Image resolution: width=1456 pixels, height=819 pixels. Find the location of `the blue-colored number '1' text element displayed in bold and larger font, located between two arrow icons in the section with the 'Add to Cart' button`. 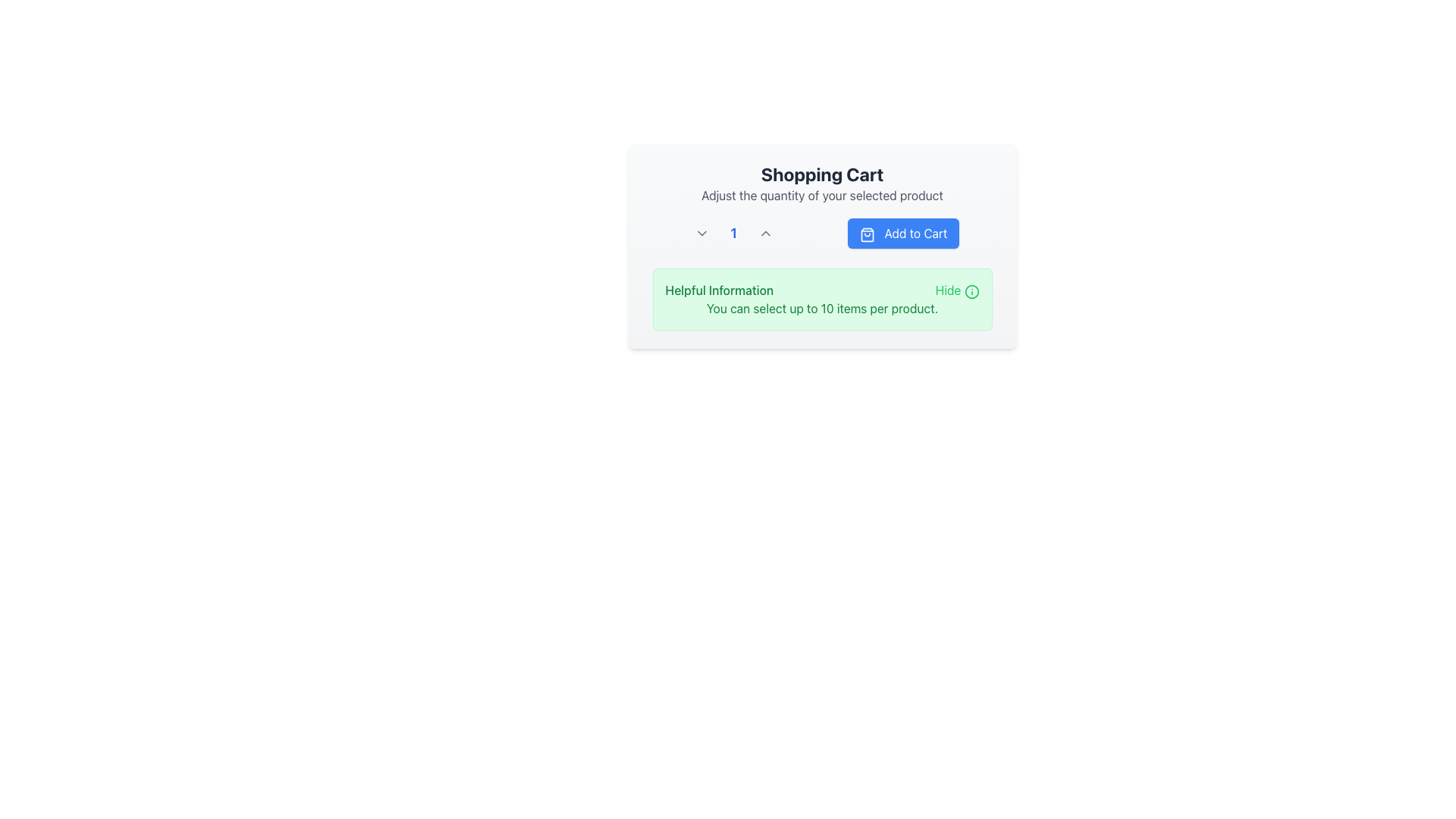

the blue-colored number '1' text element displayed in bold and larger font, located between two arrow icons in the section with the 'Add to Cart' button is located at coordinates (733, 234).